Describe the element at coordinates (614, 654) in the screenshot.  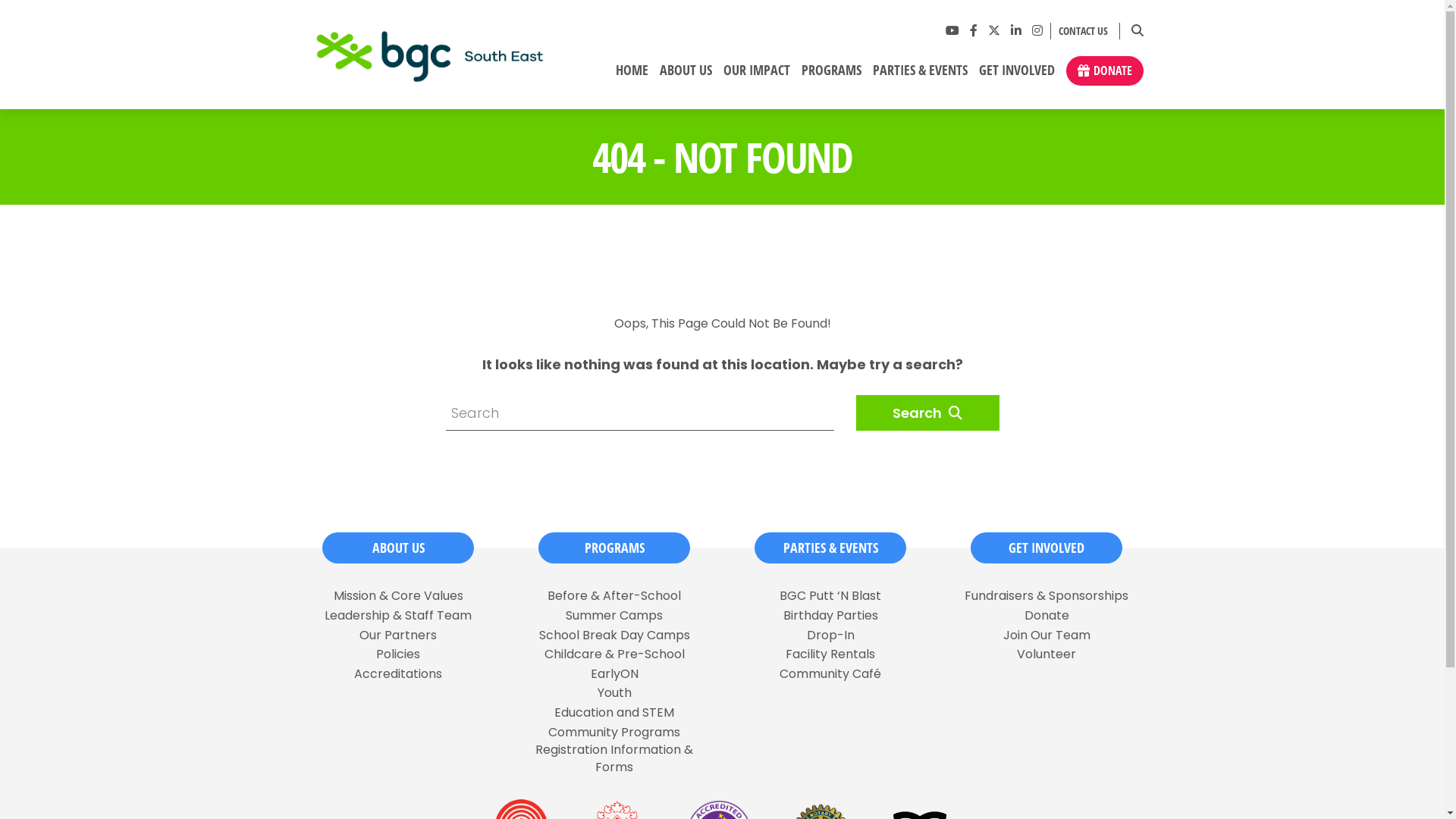
I see `'Childcare & Pre-School'` at that location.